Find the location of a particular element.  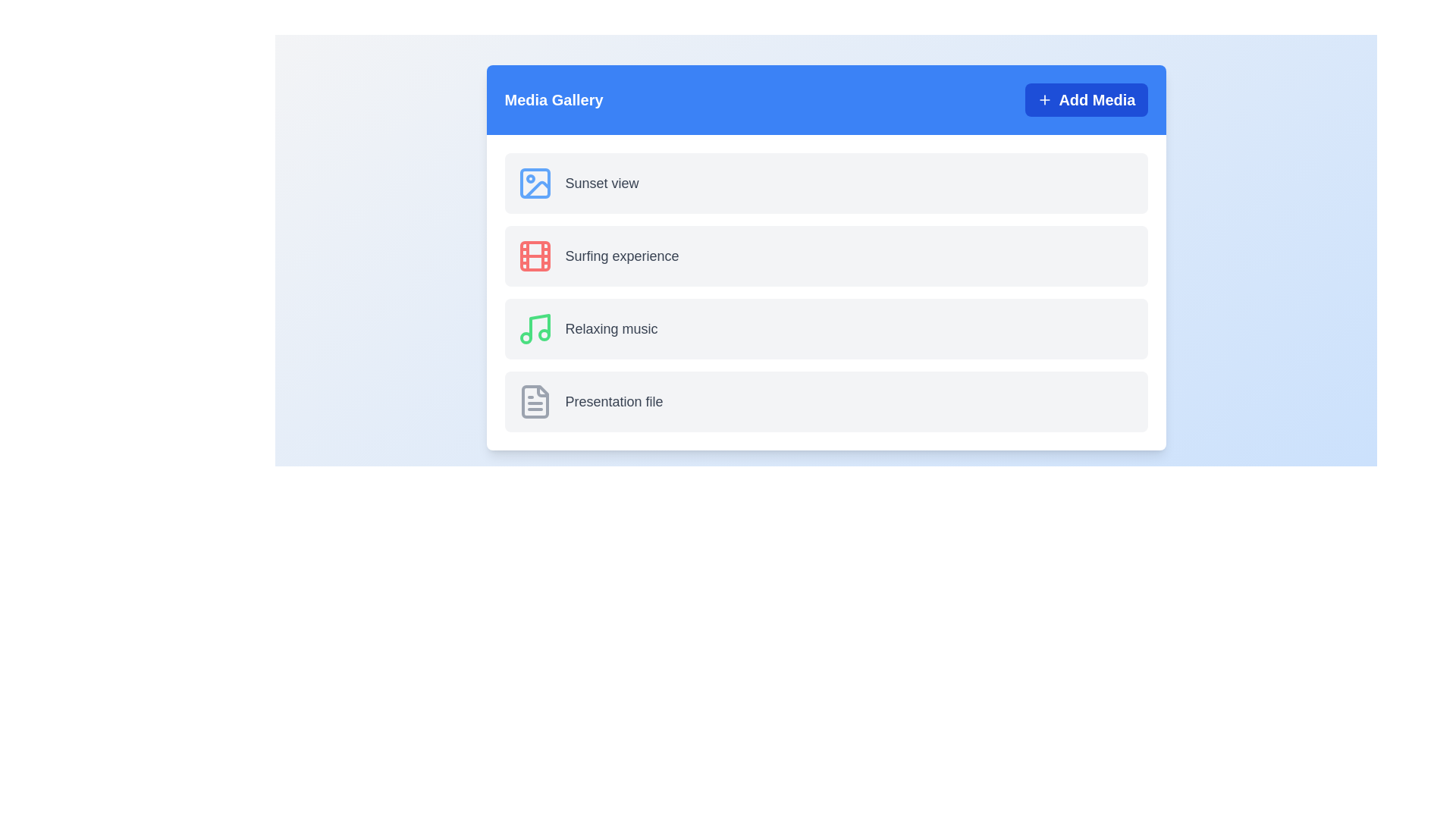

the small circular icon with a green stroke and a red fill, which represents a music note in the 'Media Gallery' under the 'Relaxing music' section is located at coordinates (544, 334).